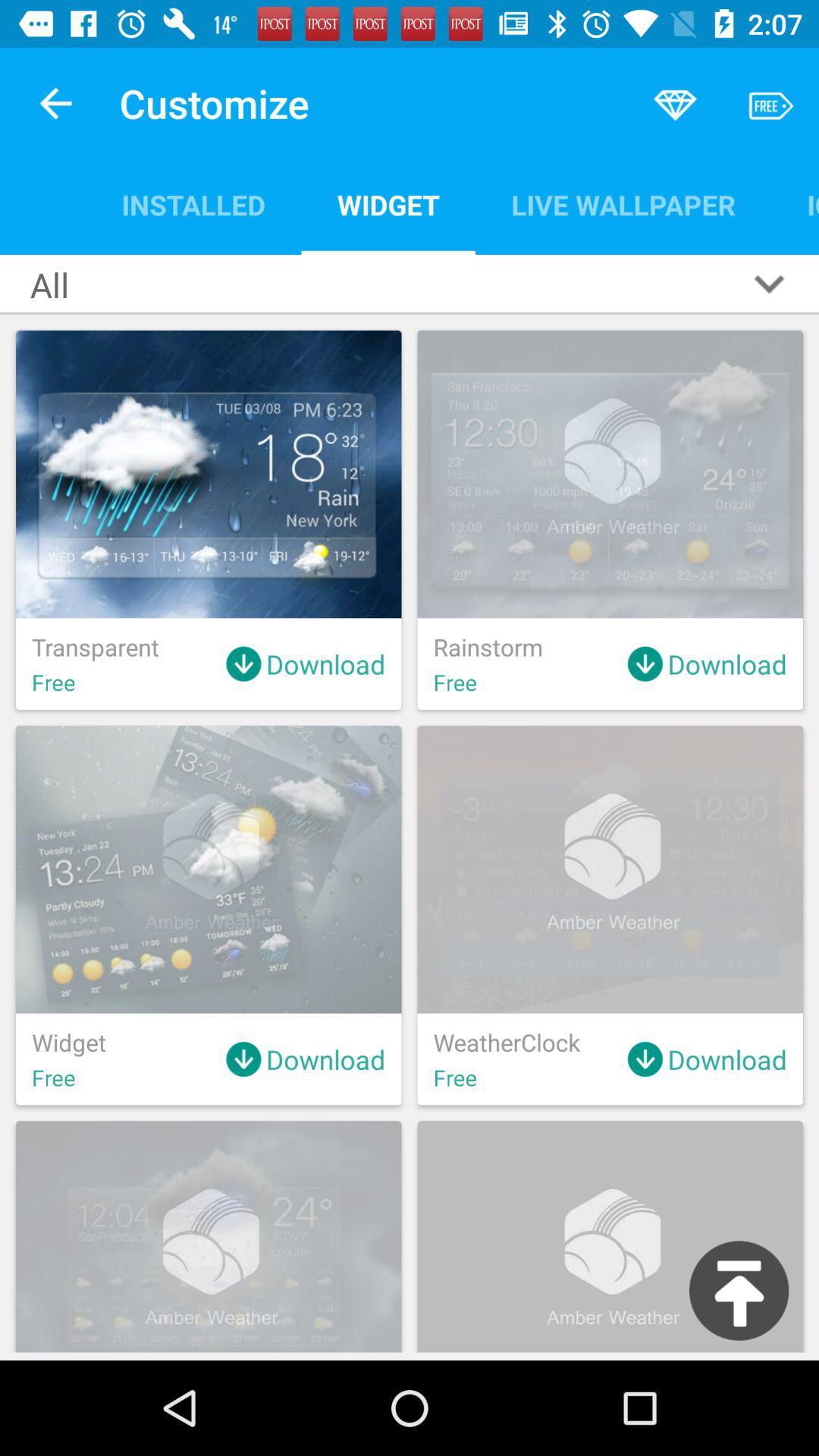 This screenshot has width=819, height=1456. Describe the element at coordinates (623, 204) in the screenshot. I see `the icon to the right of the widget icon` at that location.